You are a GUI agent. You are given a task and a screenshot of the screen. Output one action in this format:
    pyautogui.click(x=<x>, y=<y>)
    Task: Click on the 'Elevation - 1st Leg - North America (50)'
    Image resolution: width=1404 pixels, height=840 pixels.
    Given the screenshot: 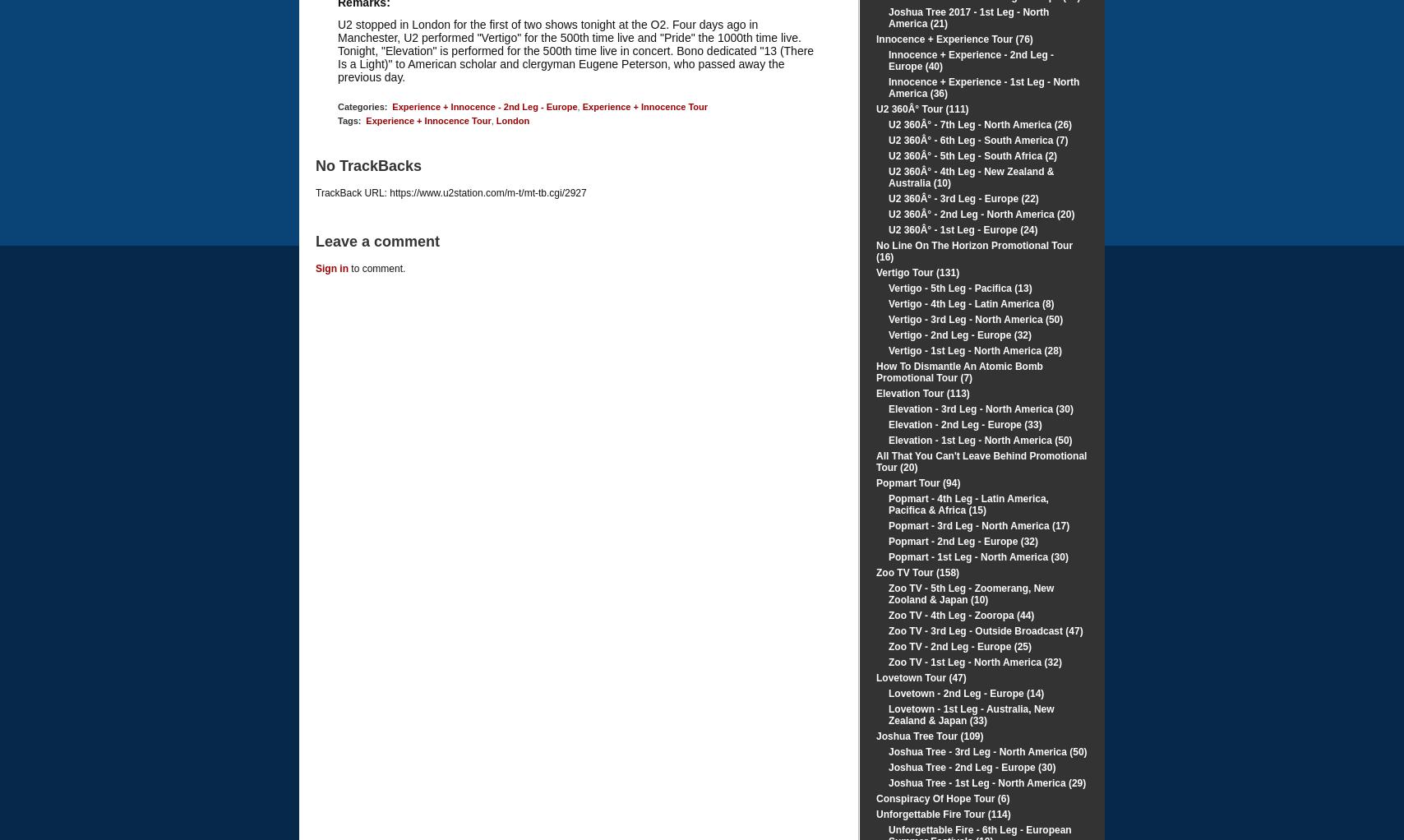 What is the action you would take?
    pyautogui.click(x=980, y=440)
    